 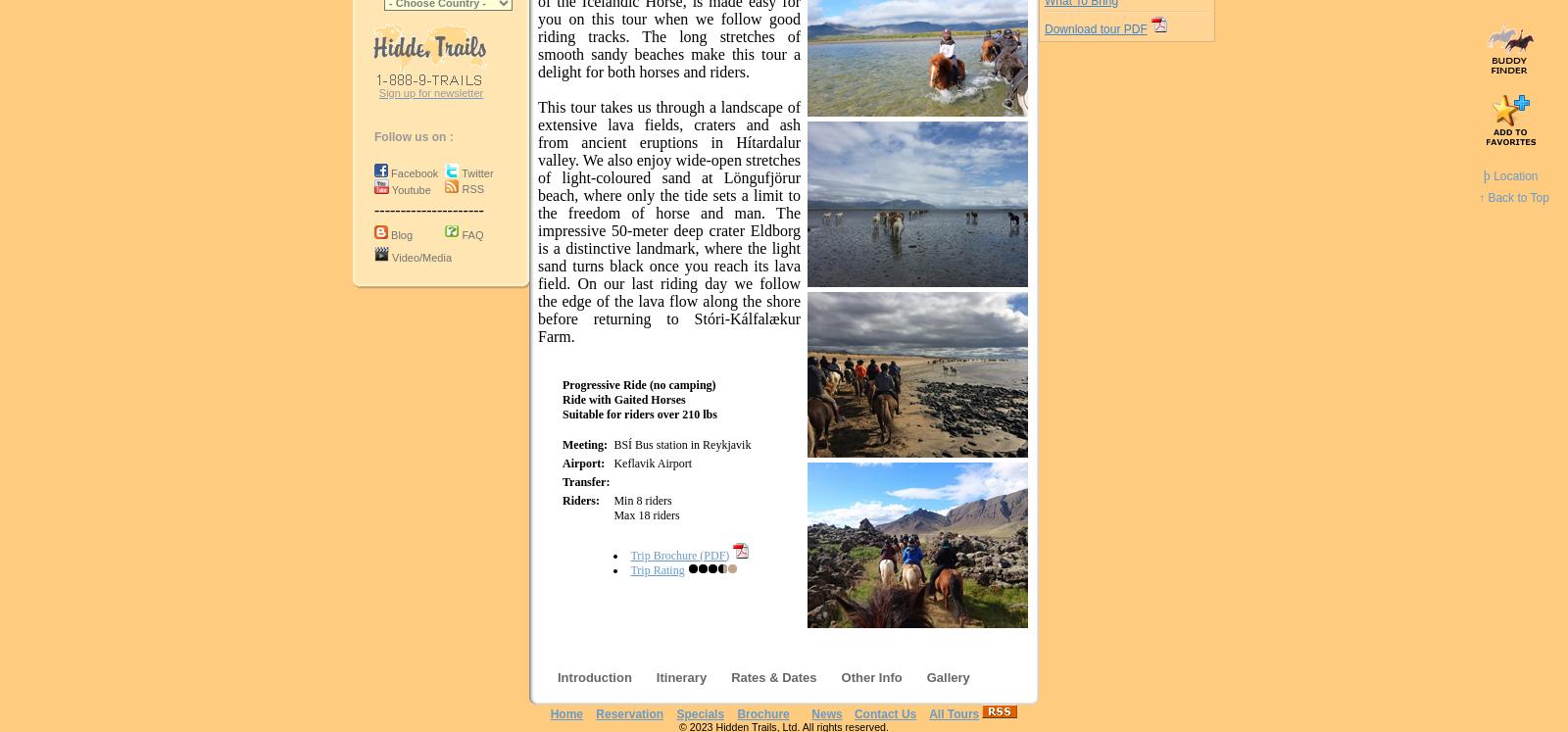 I want to click on 'Reservation', so click(x=629, y=712).